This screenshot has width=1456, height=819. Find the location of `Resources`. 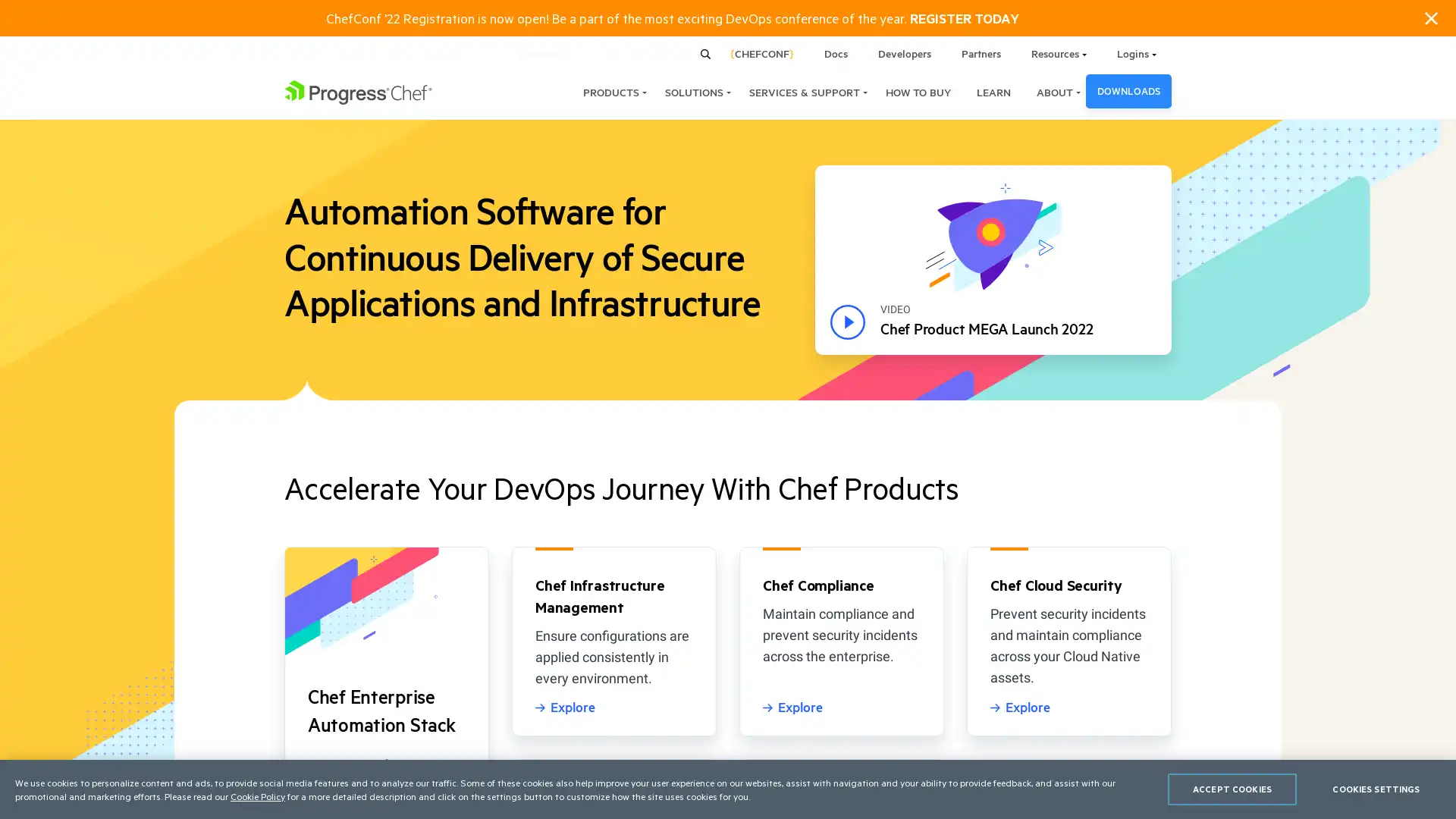

Resources is located at coordinates (1058, 54).